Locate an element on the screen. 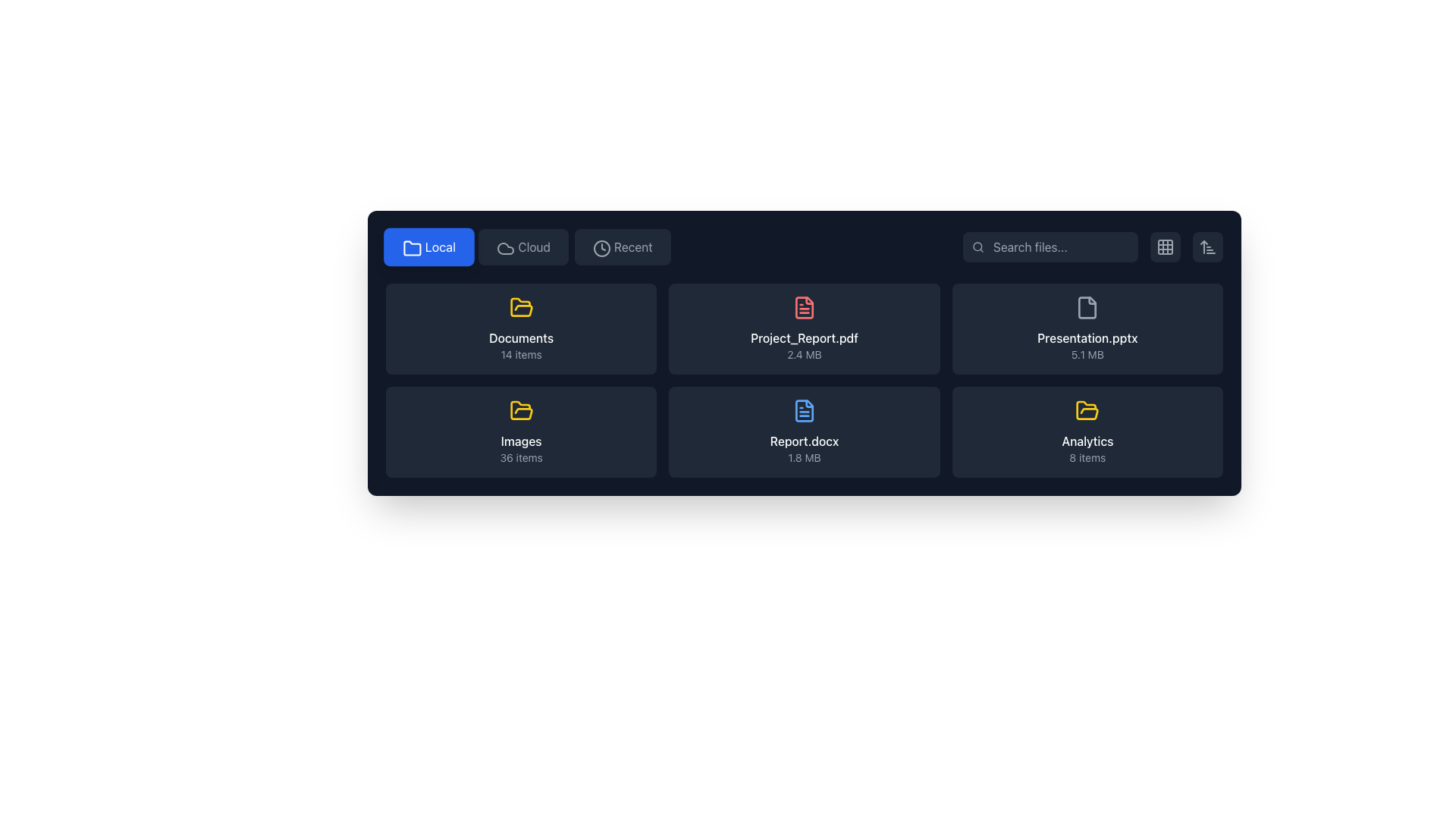 The image size is (1456, 819). the text label displaying 'Report.docx' is located at coordinates (803, 441).